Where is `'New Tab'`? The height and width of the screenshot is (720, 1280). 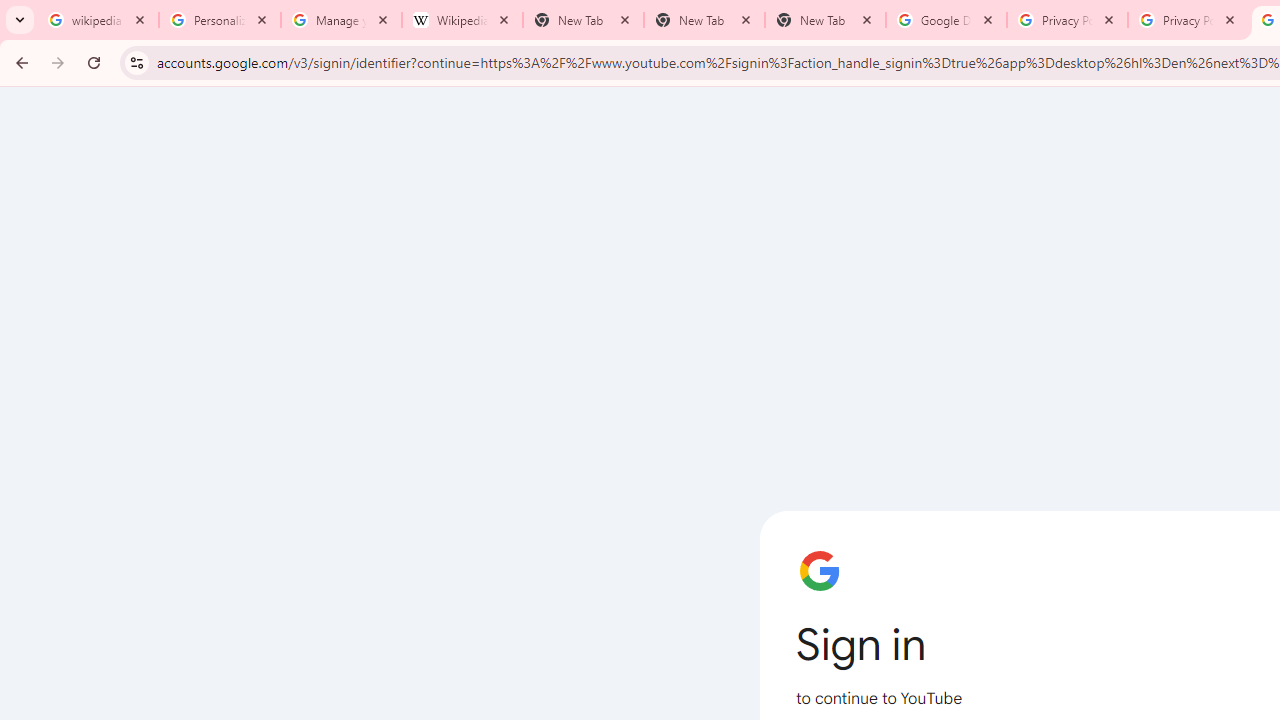
'New Tab' is located at coordinates (825, 20).